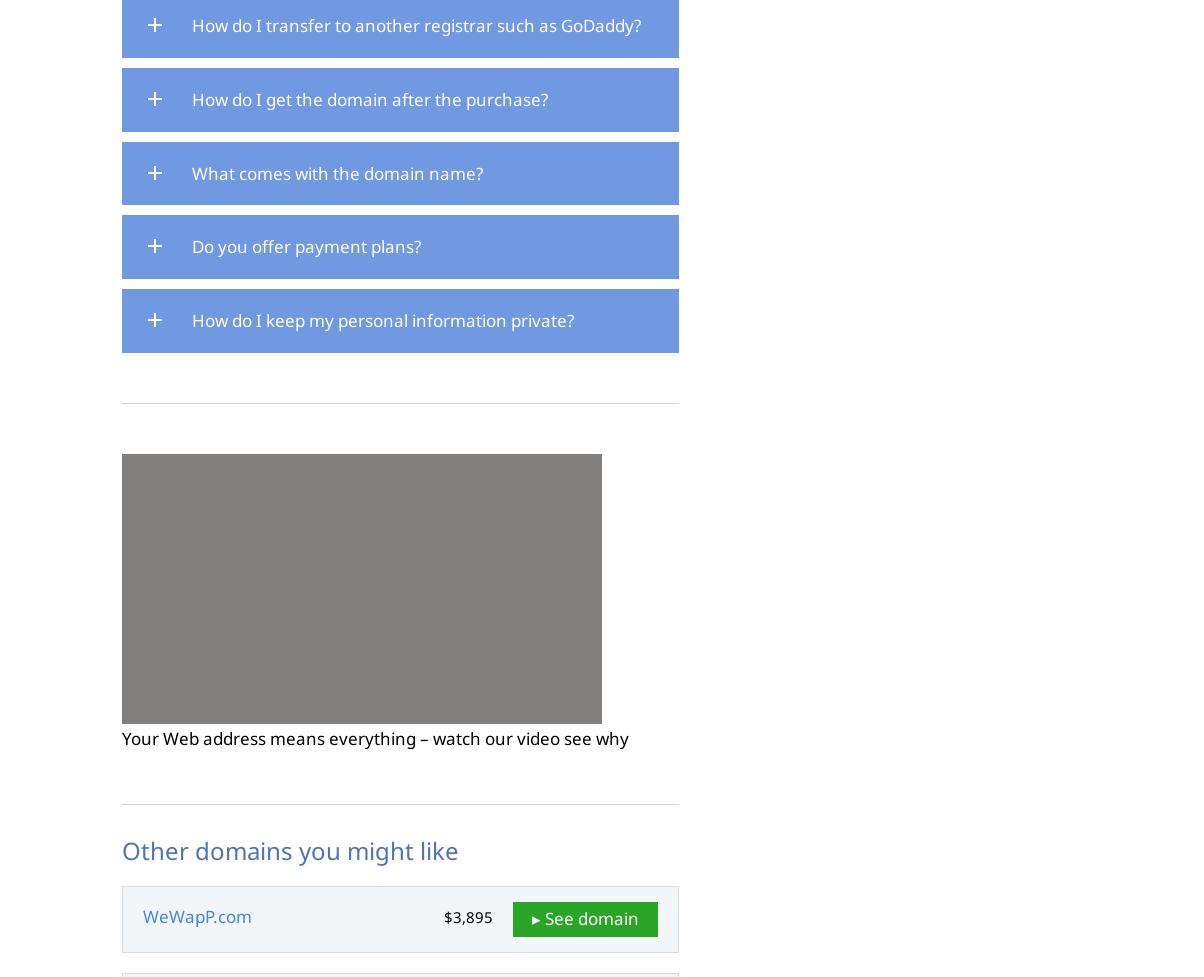 The width and height of the screenshot is (1204, 977). Describe the element at coordinates (382, 319) in the screenshot. I see `'How do I keep my personal information private?'` at that location.